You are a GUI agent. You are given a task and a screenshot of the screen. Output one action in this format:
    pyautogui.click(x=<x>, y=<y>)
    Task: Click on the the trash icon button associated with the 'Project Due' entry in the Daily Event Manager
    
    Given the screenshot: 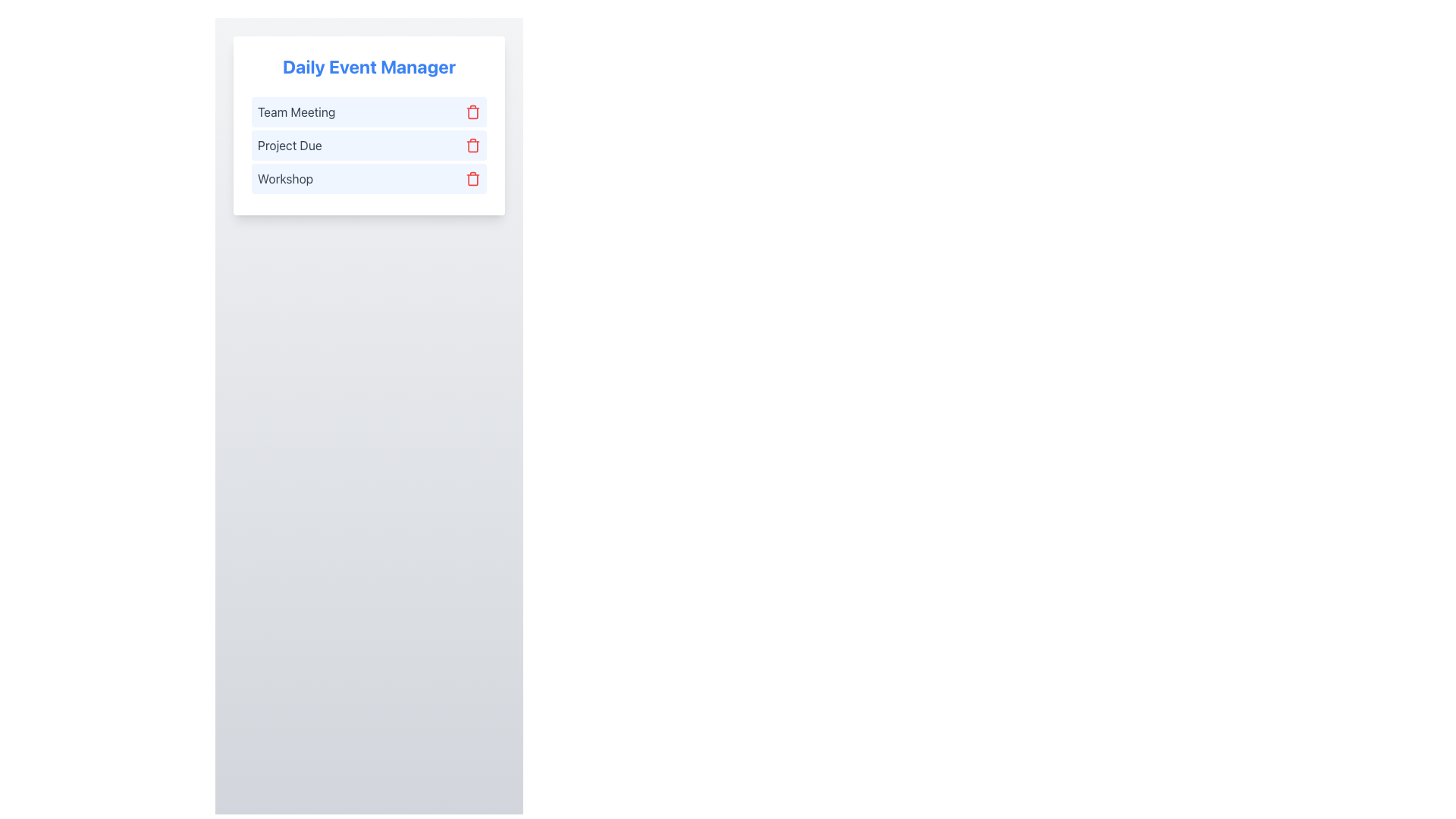 What is the action you would take?
    pyautogui.click(x=472, y=146)
    